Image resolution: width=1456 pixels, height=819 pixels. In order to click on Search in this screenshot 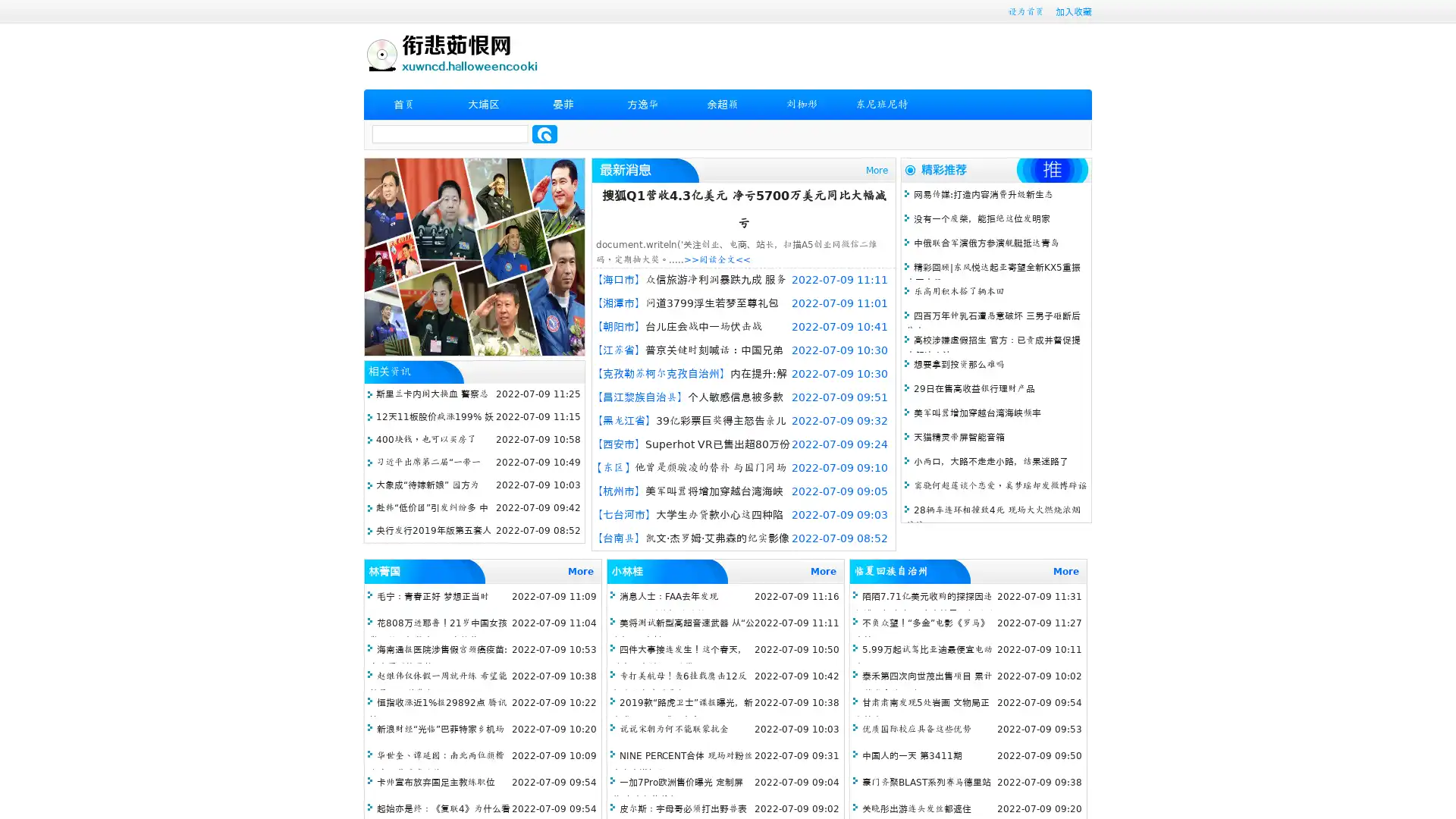, I will do `click(544, 133)`.